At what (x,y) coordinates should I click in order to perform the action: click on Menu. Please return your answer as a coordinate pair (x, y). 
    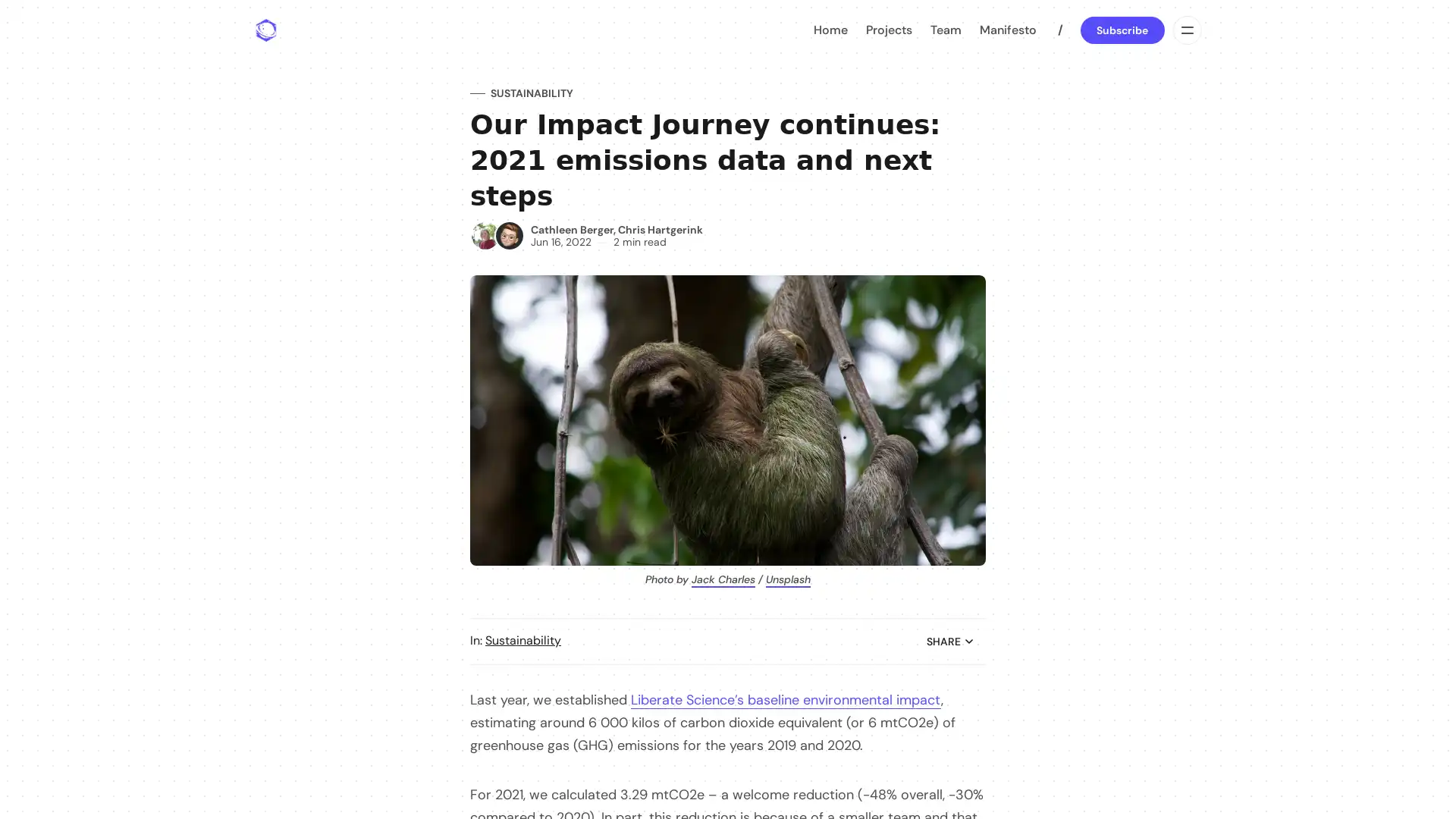
    Looking at the image, I should click on (1185, 30).